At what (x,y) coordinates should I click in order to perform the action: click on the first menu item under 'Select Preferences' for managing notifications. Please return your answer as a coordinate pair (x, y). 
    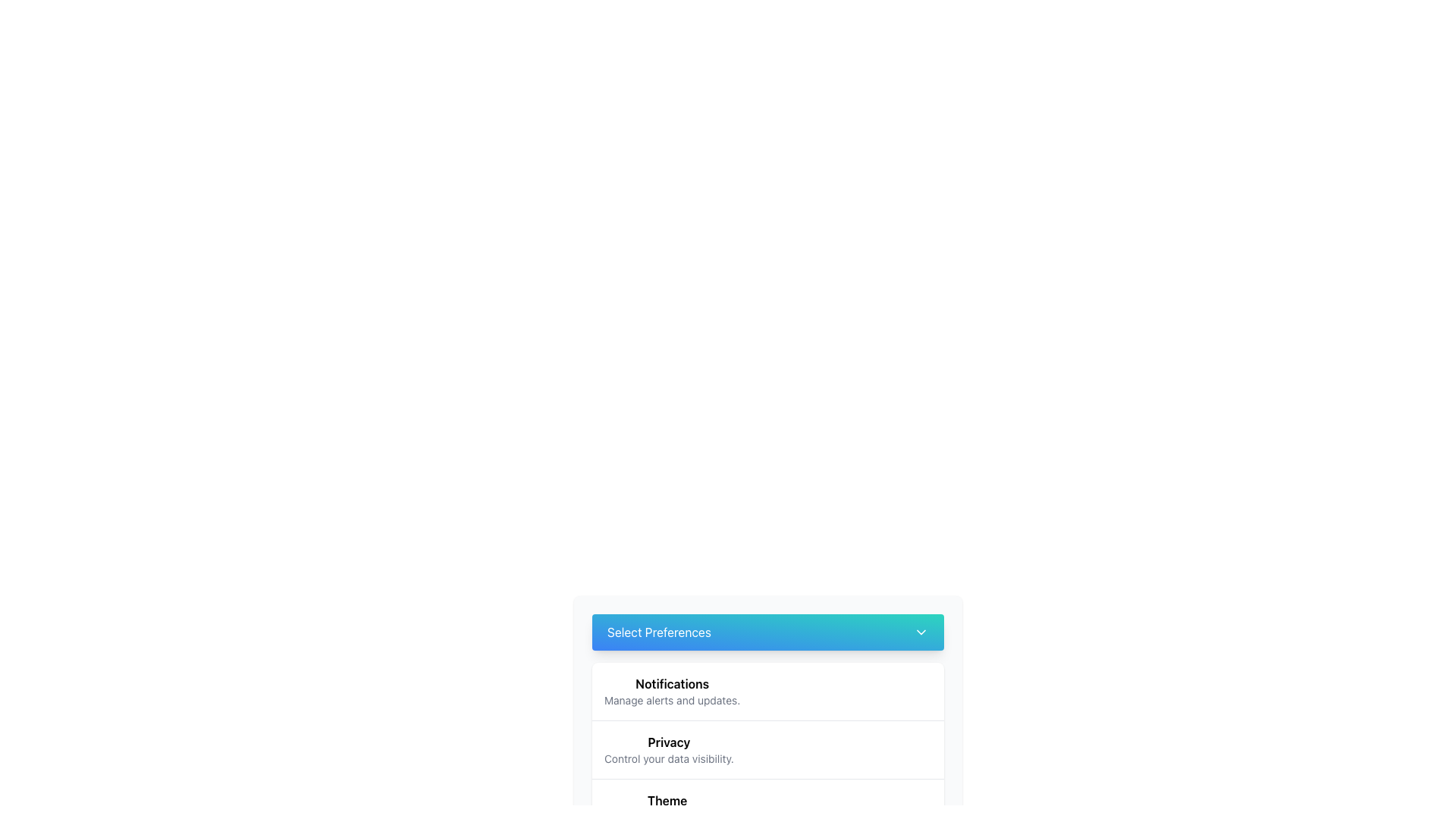
    Looking at the image, I should click on (767, 691).